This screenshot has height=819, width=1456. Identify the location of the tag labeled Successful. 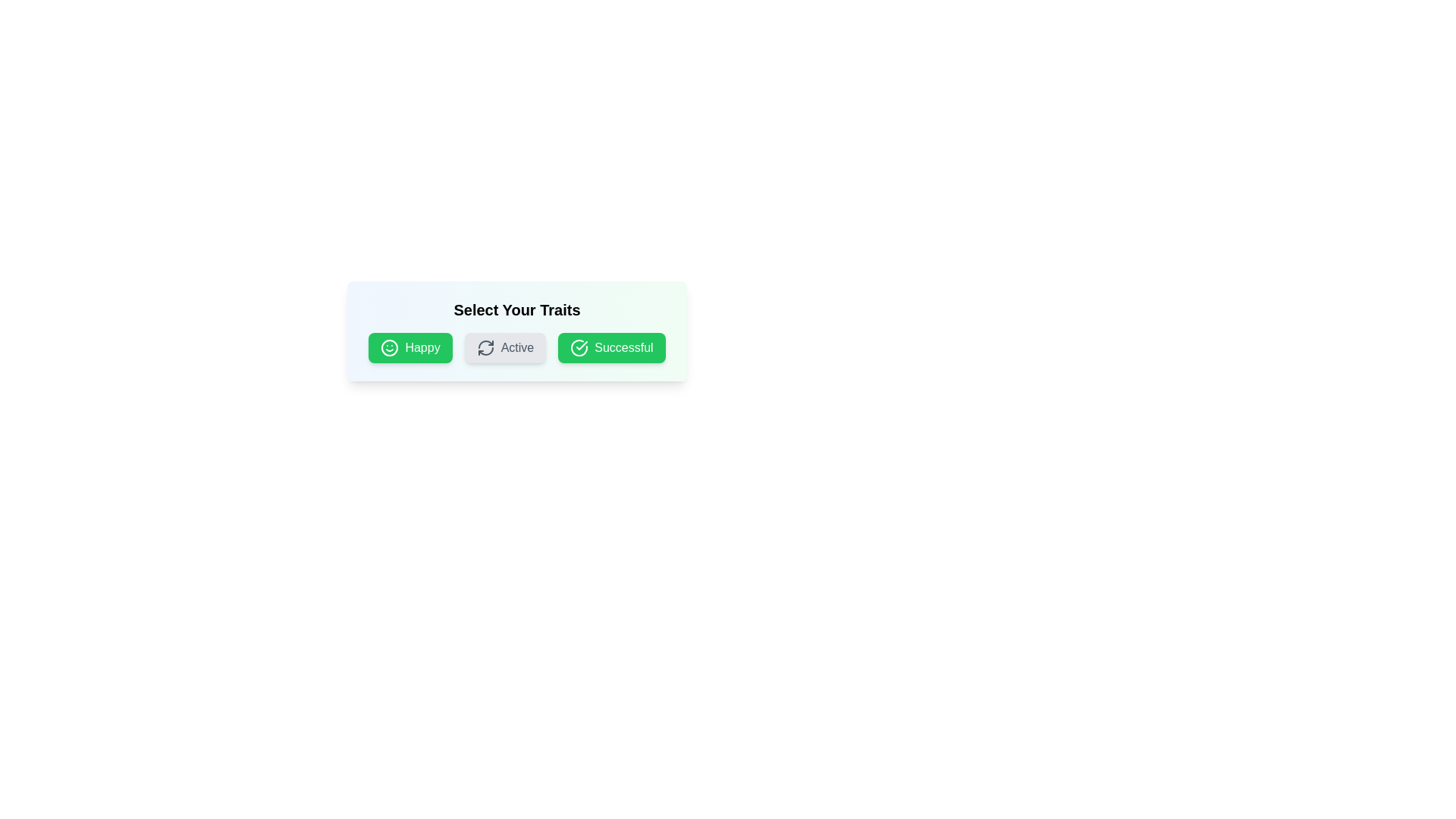
(611, 348).